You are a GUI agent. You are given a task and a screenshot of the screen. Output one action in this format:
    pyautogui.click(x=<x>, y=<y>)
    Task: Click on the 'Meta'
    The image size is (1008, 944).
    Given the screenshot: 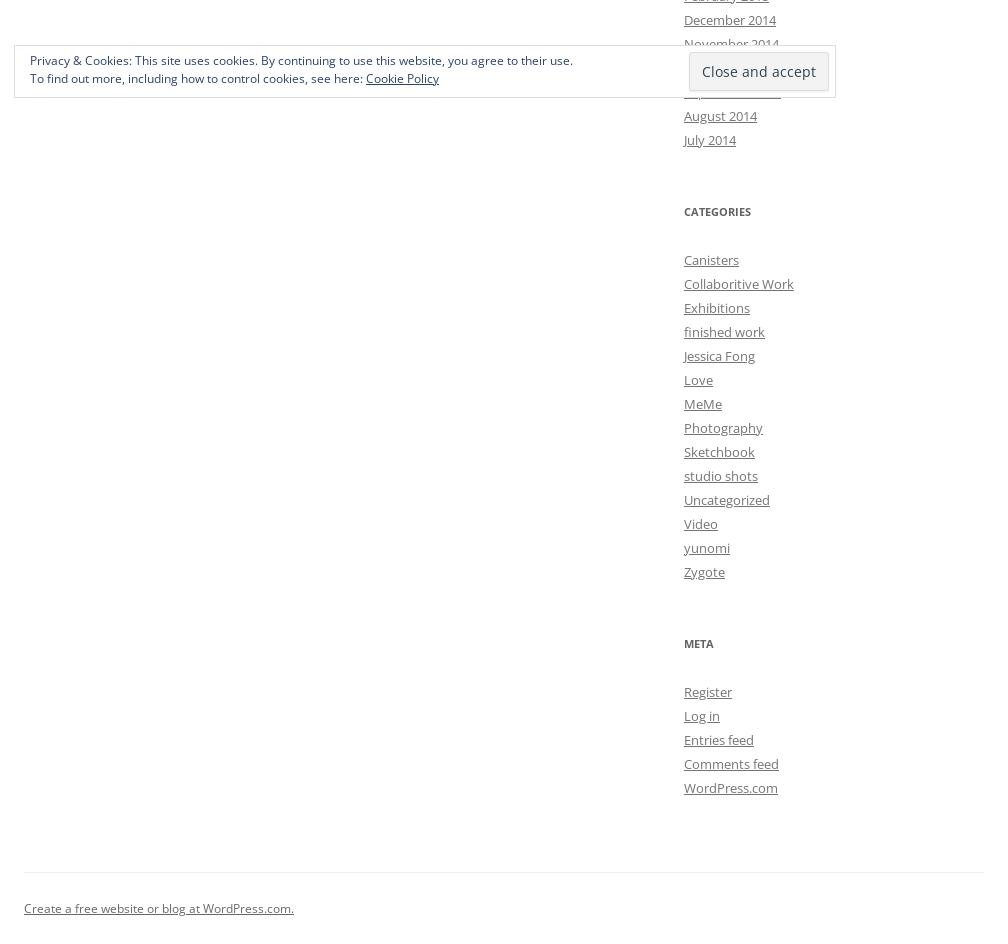 What is the action you would take?
    pyautogui.click(x=699, y=642)
    